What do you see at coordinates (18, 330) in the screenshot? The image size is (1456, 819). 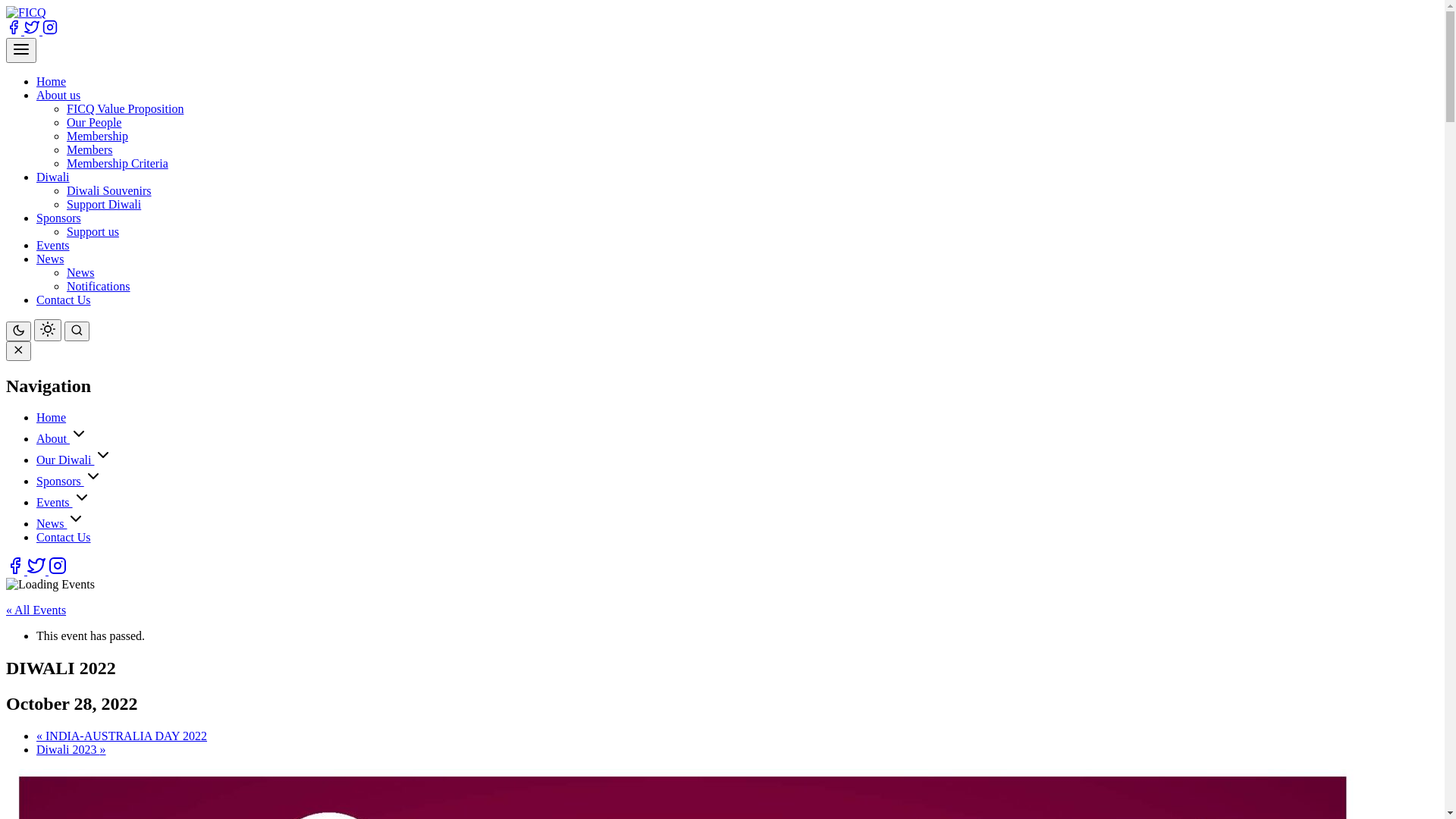 I see `'Toggle Darkmode'` at bounding box center [18, 330].